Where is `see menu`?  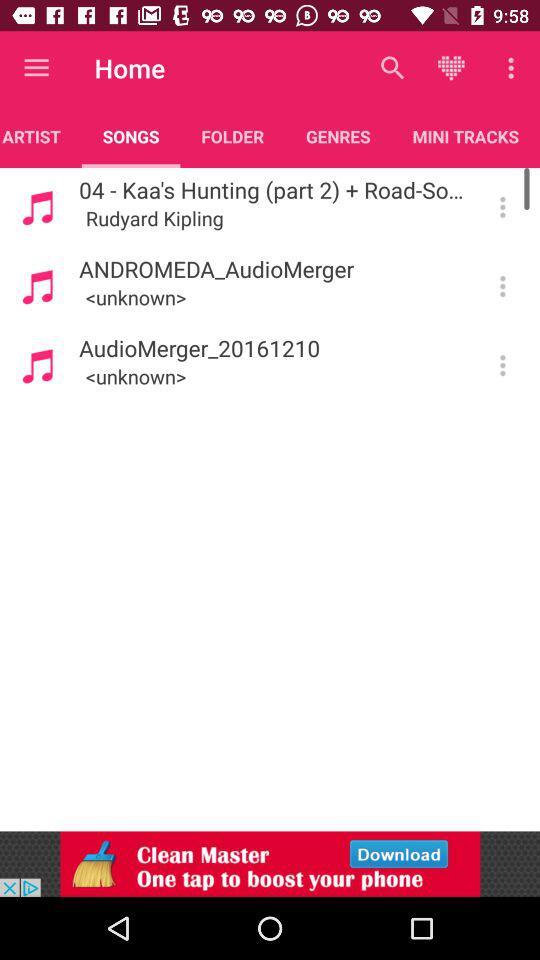 see menu is located at coordinates (501, 207).